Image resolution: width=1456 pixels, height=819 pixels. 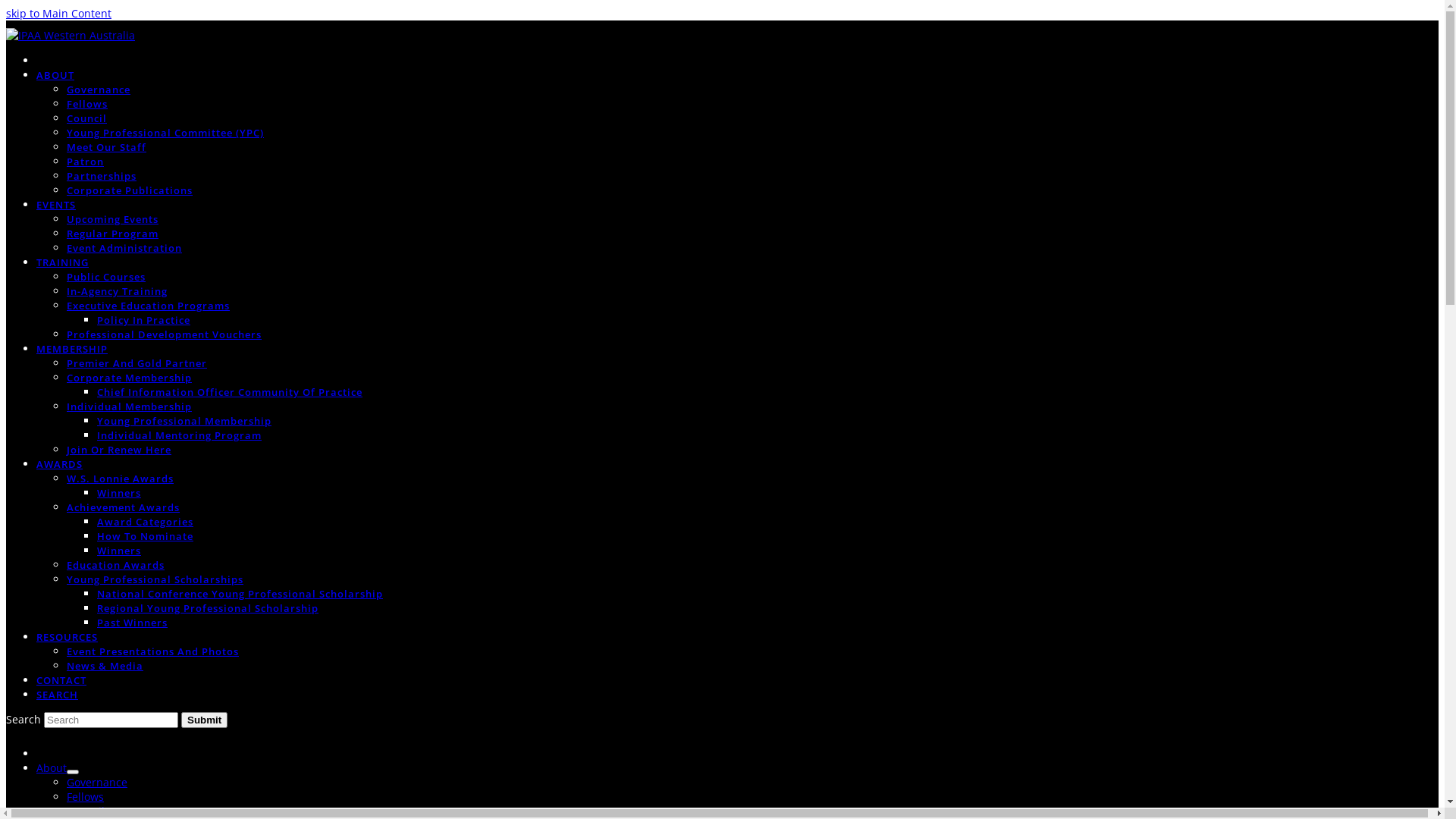 What do you see at coordinates (61, 679) in the screenshot?
I see `'CONTACT'` at bounding box center [61, 679].